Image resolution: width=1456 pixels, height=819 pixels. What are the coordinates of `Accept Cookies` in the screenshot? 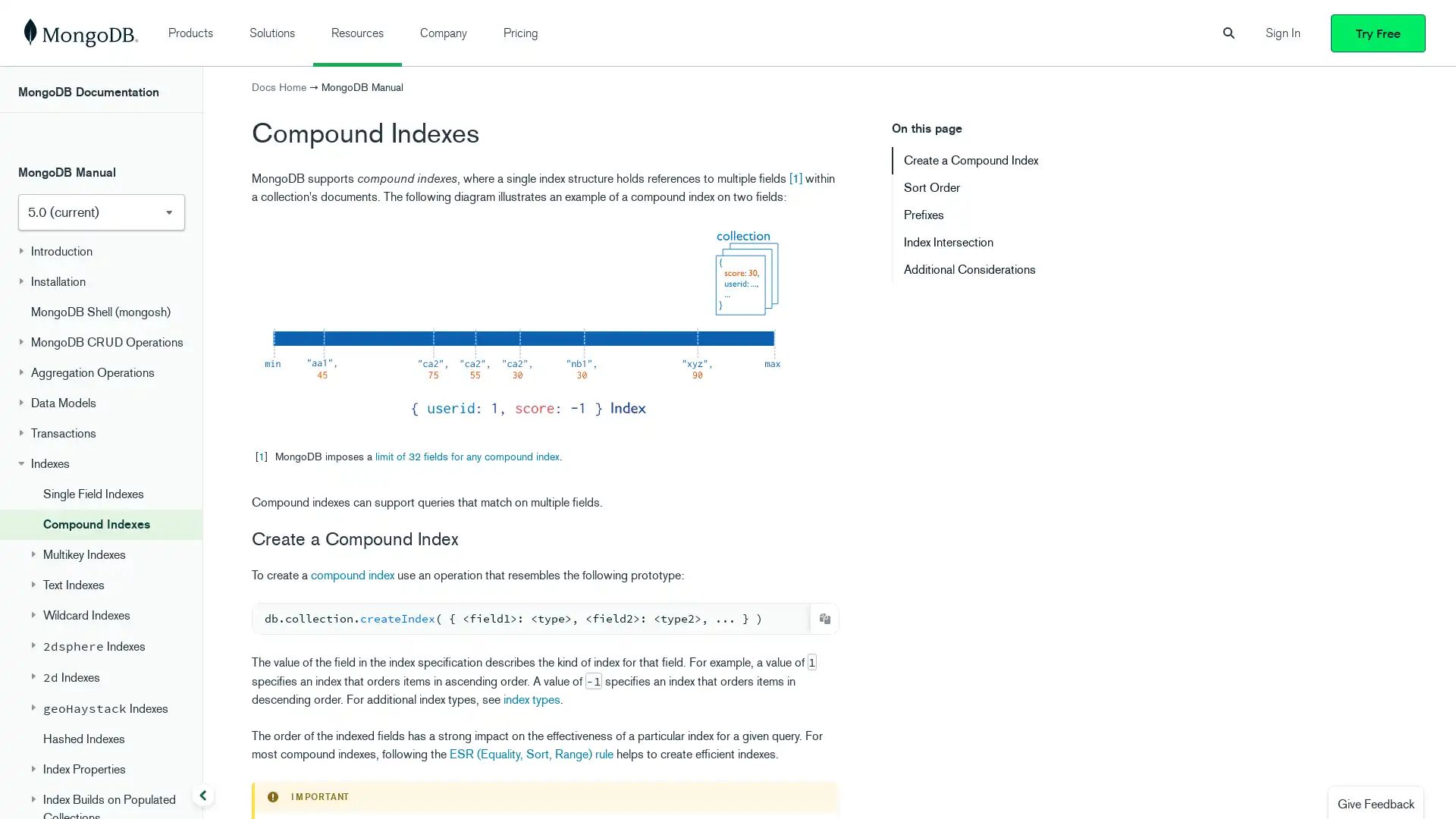 It's located at (1169, 786).